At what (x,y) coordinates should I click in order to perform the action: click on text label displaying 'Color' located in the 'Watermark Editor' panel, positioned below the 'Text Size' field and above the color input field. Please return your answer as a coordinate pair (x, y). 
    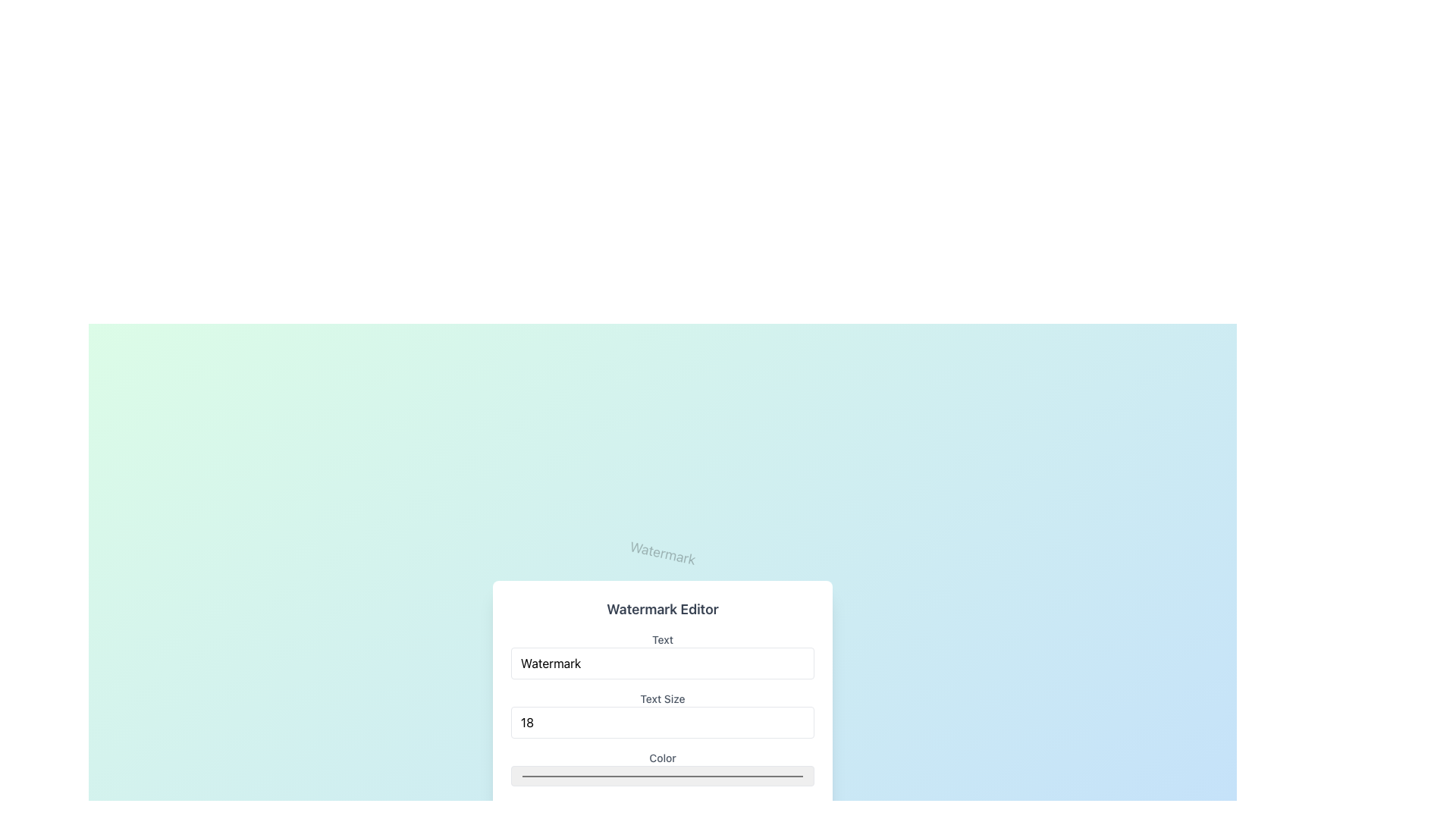
    Looking at the image, I should click on (662, 758).